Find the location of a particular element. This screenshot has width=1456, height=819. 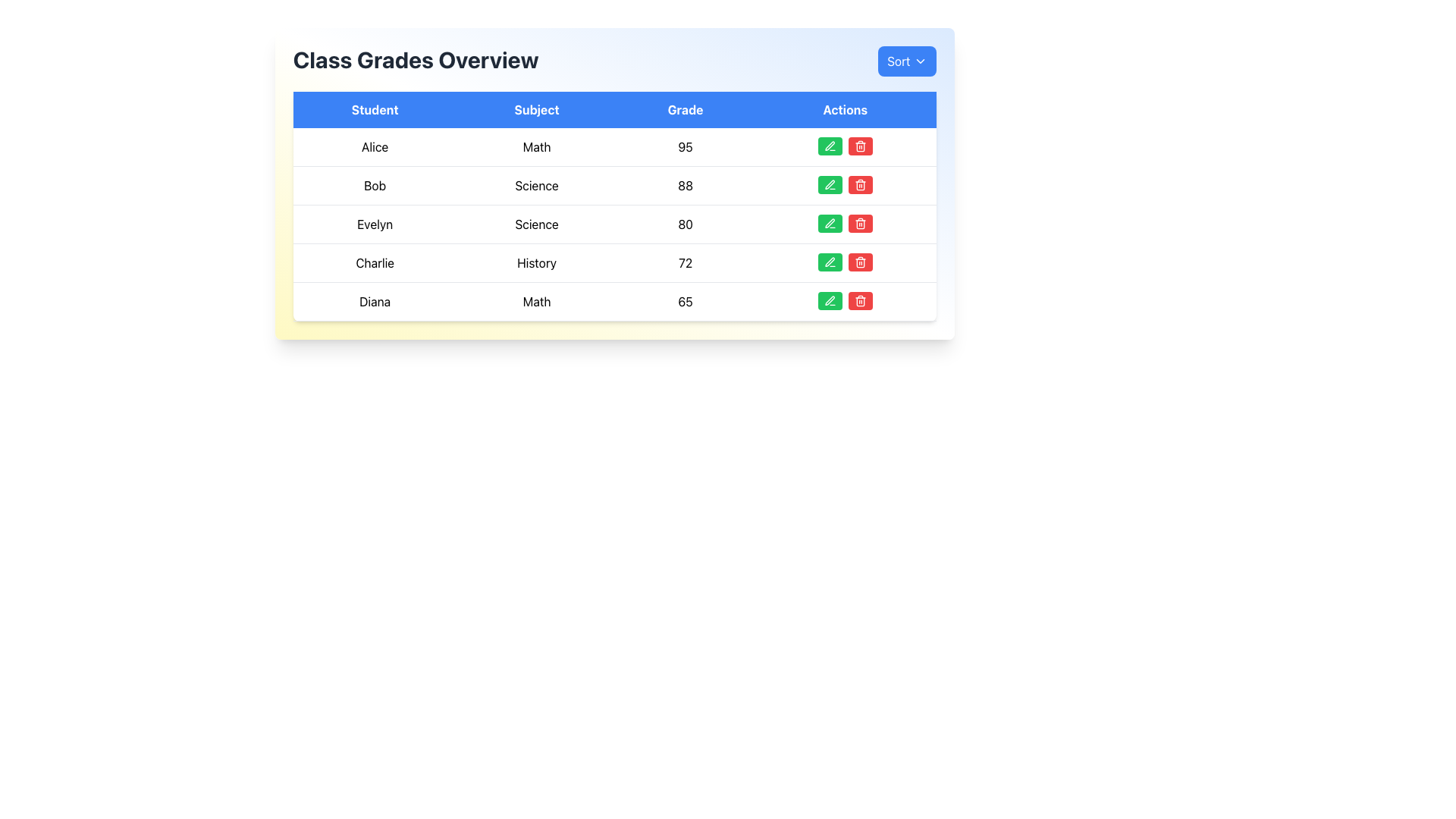

the trash can icon with a red background in the 'Actions' column of the table is located at coordinates (860, 262).